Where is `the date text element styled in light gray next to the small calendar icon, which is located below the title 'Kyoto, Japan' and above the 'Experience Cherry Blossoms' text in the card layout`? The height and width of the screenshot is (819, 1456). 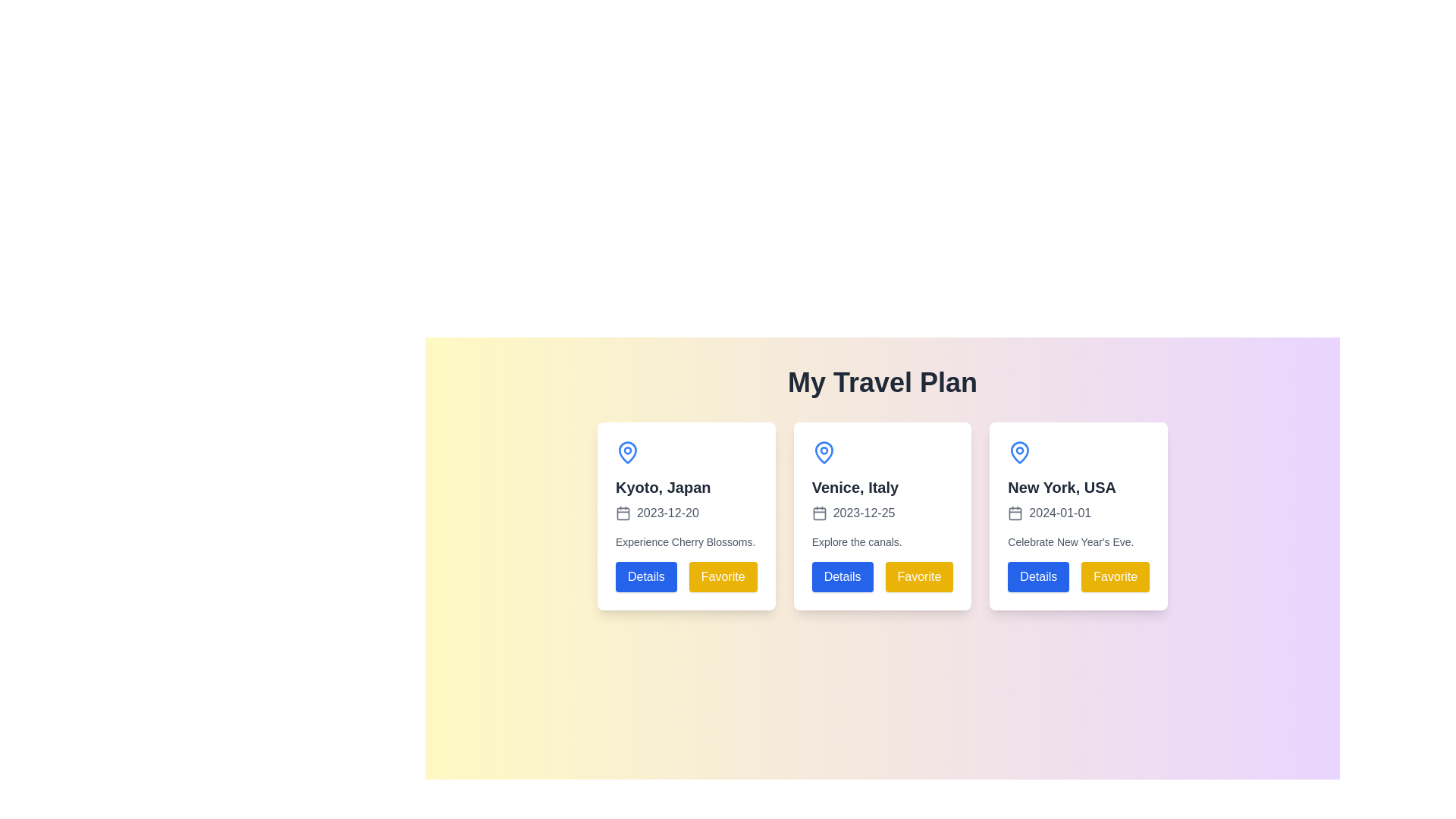
the date text element styled in light gray next to the small calendar icon, which is located below the title 'Kyoto, Japan' and above the 'Experience Cherry Blossoms' text in the card layout is located at coordinates (657, 513).